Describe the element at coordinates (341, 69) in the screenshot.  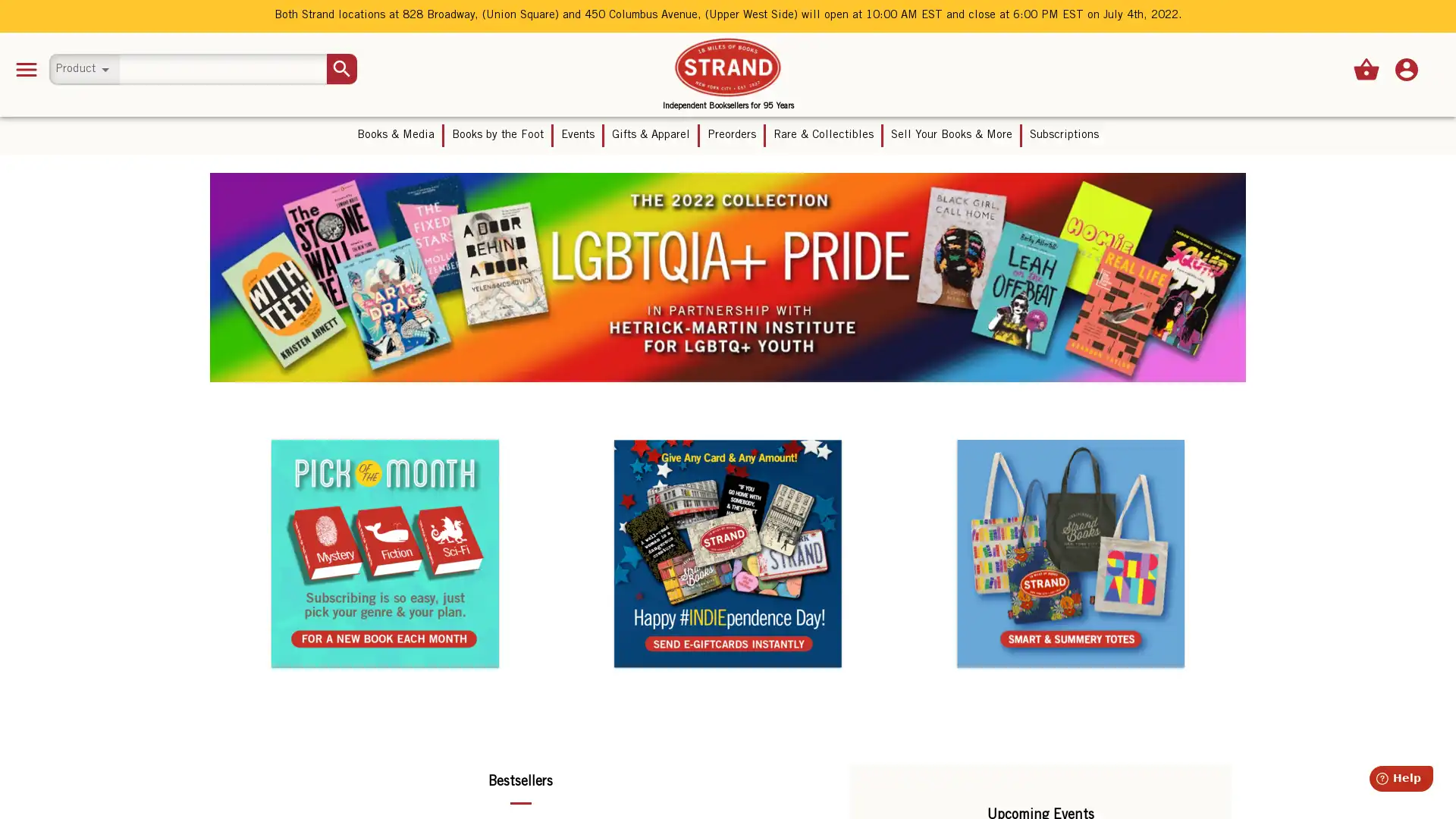
I see `Search` at that location.